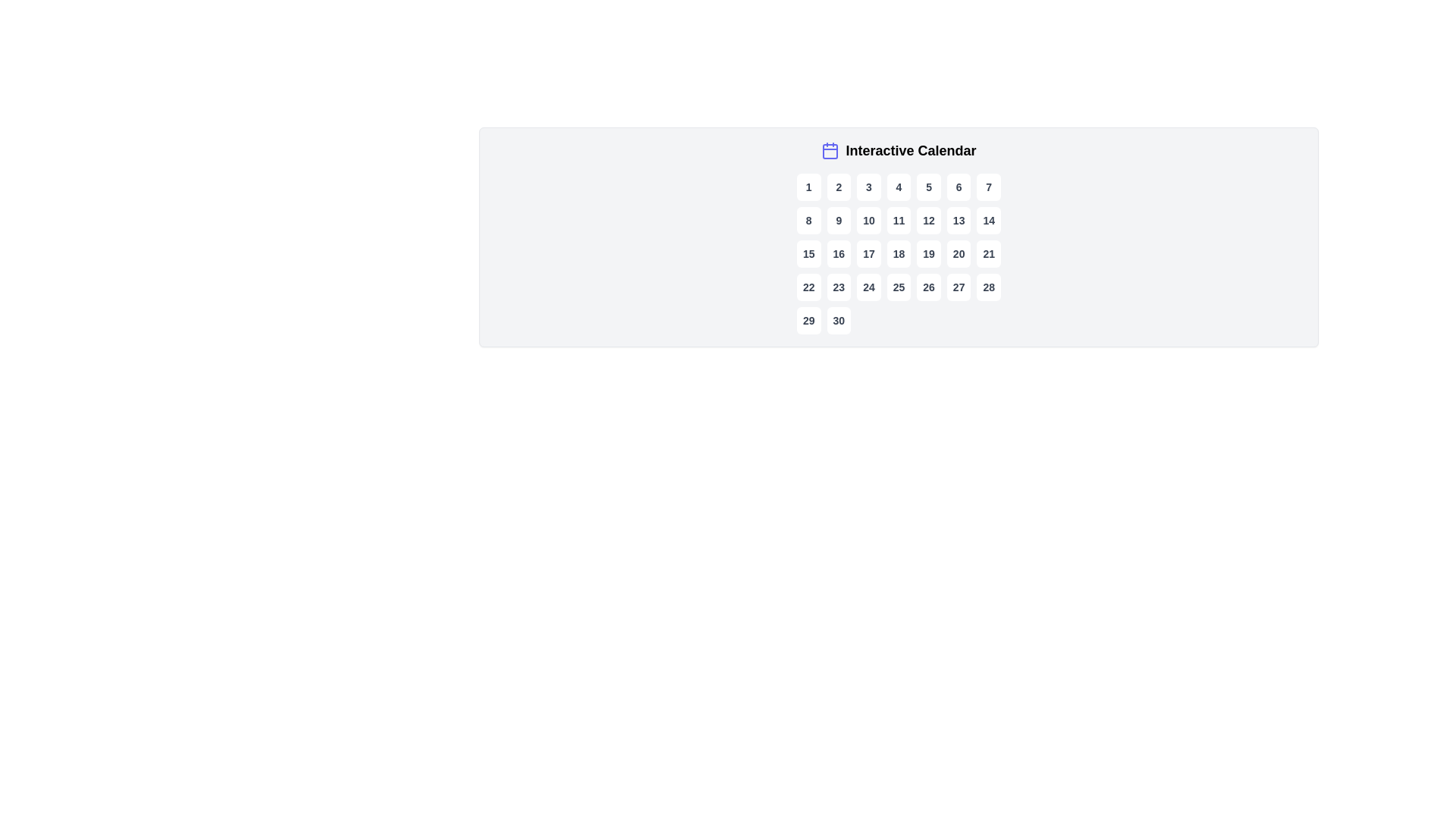 This screenshot has width=1456, height=819. I want to click on the button representing the 18th day in the calendar interface, so click(899, 253).